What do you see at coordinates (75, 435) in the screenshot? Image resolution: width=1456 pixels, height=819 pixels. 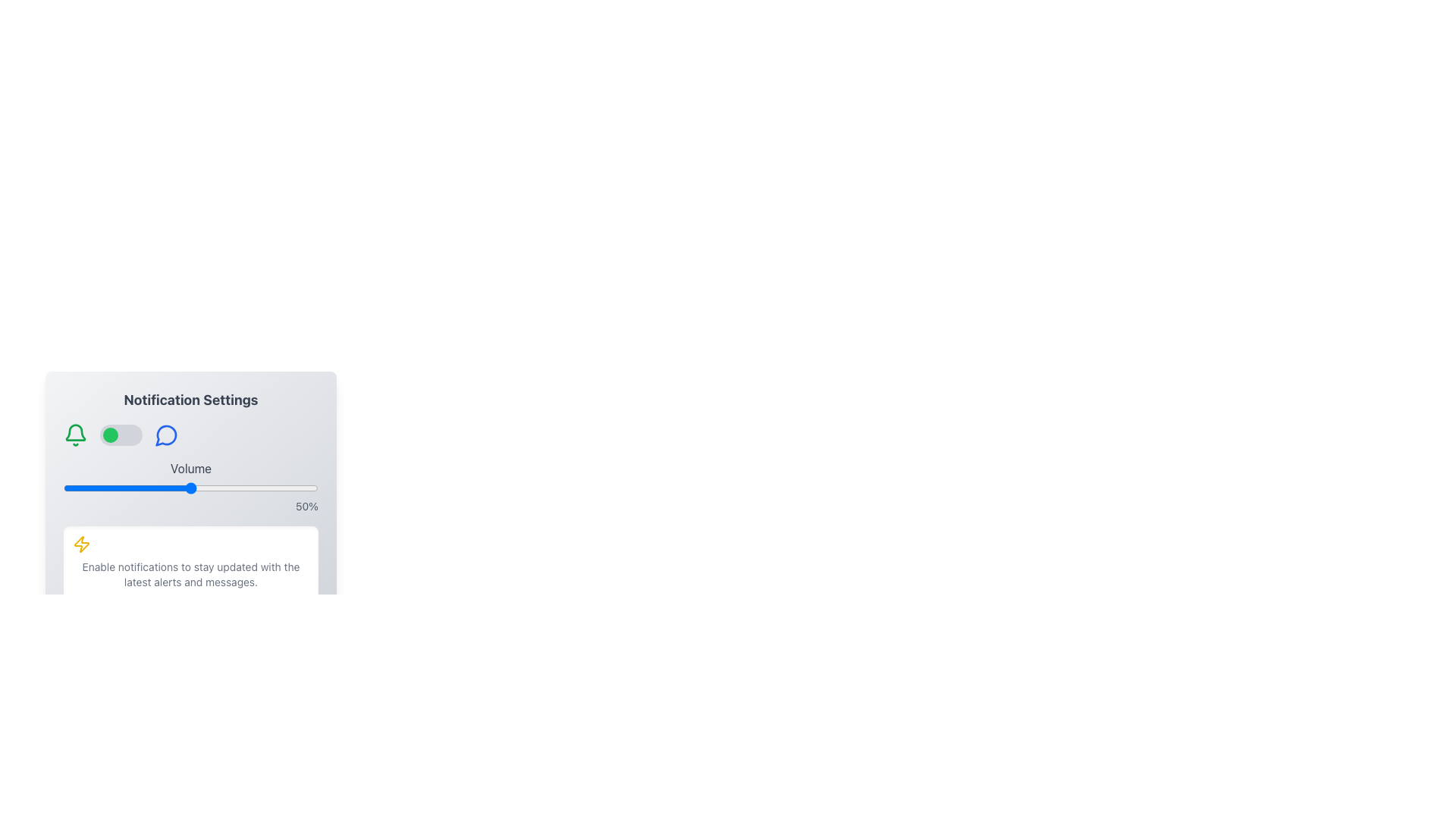 I see `the green bell-shaped icon for visual inspection in the notification settings interface` at bounding box center [75, 435].